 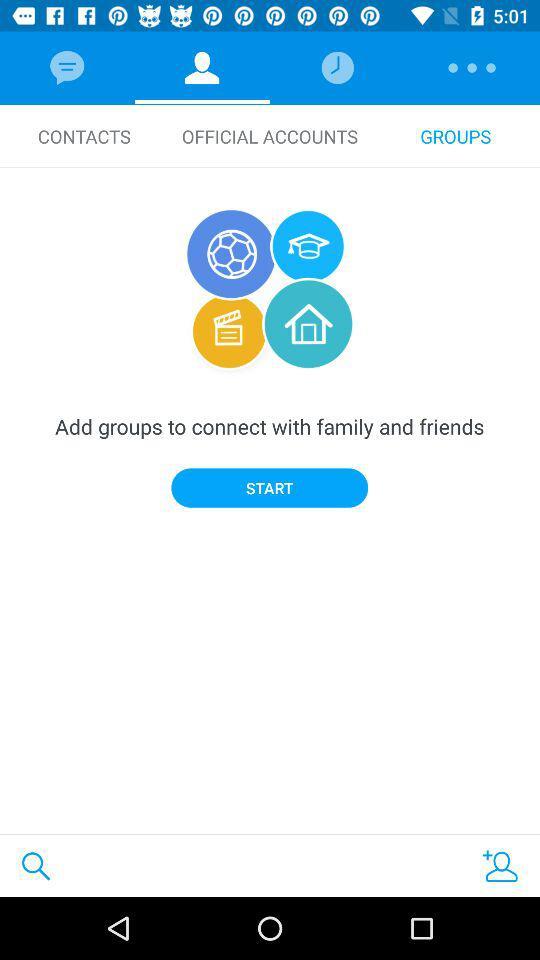 I want to click on the start item, so click(x=269, y=487).